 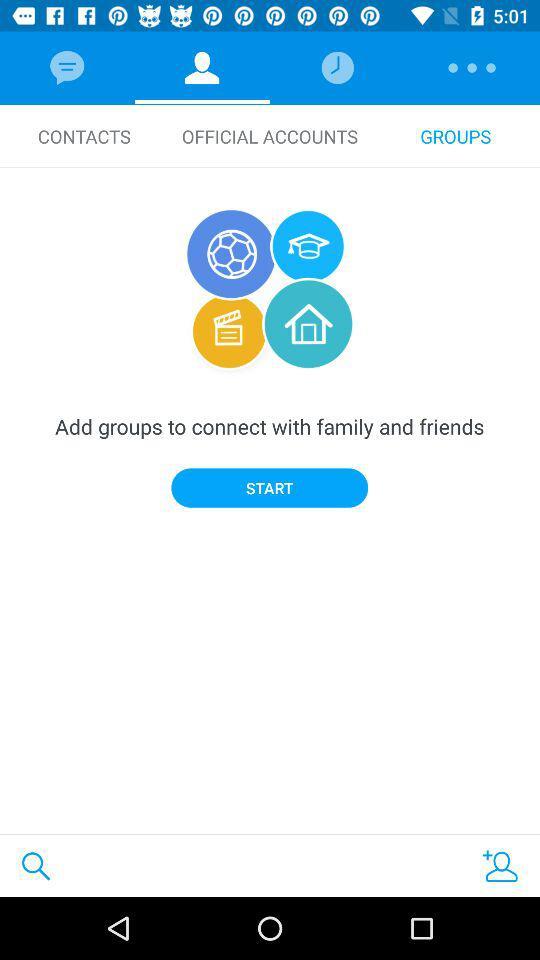 I want to click on the start item, so click(x=269, y=487).